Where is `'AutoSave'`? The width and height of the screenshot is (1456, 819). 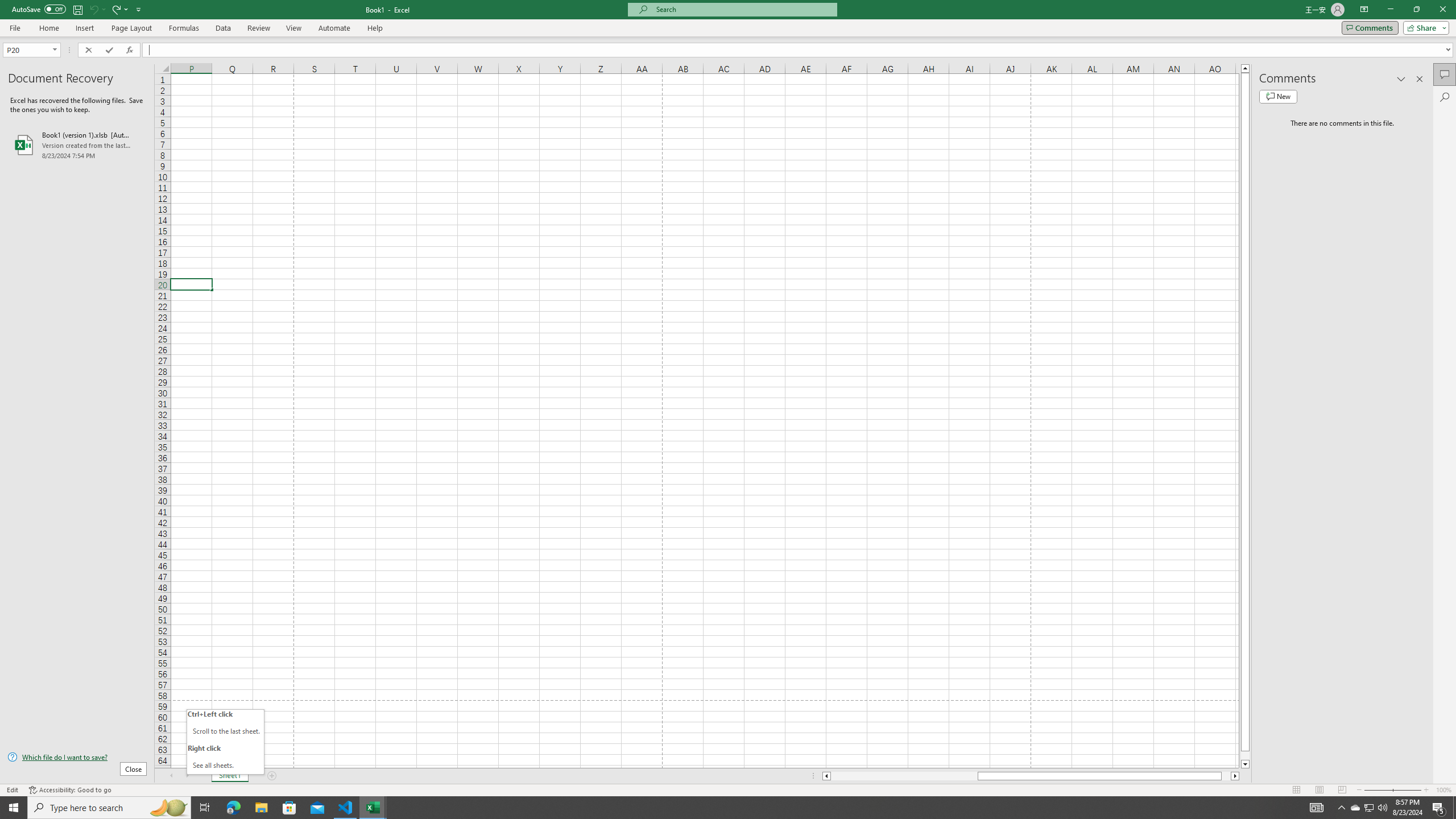
'AutoSave' is located at coordinates (39, 9).